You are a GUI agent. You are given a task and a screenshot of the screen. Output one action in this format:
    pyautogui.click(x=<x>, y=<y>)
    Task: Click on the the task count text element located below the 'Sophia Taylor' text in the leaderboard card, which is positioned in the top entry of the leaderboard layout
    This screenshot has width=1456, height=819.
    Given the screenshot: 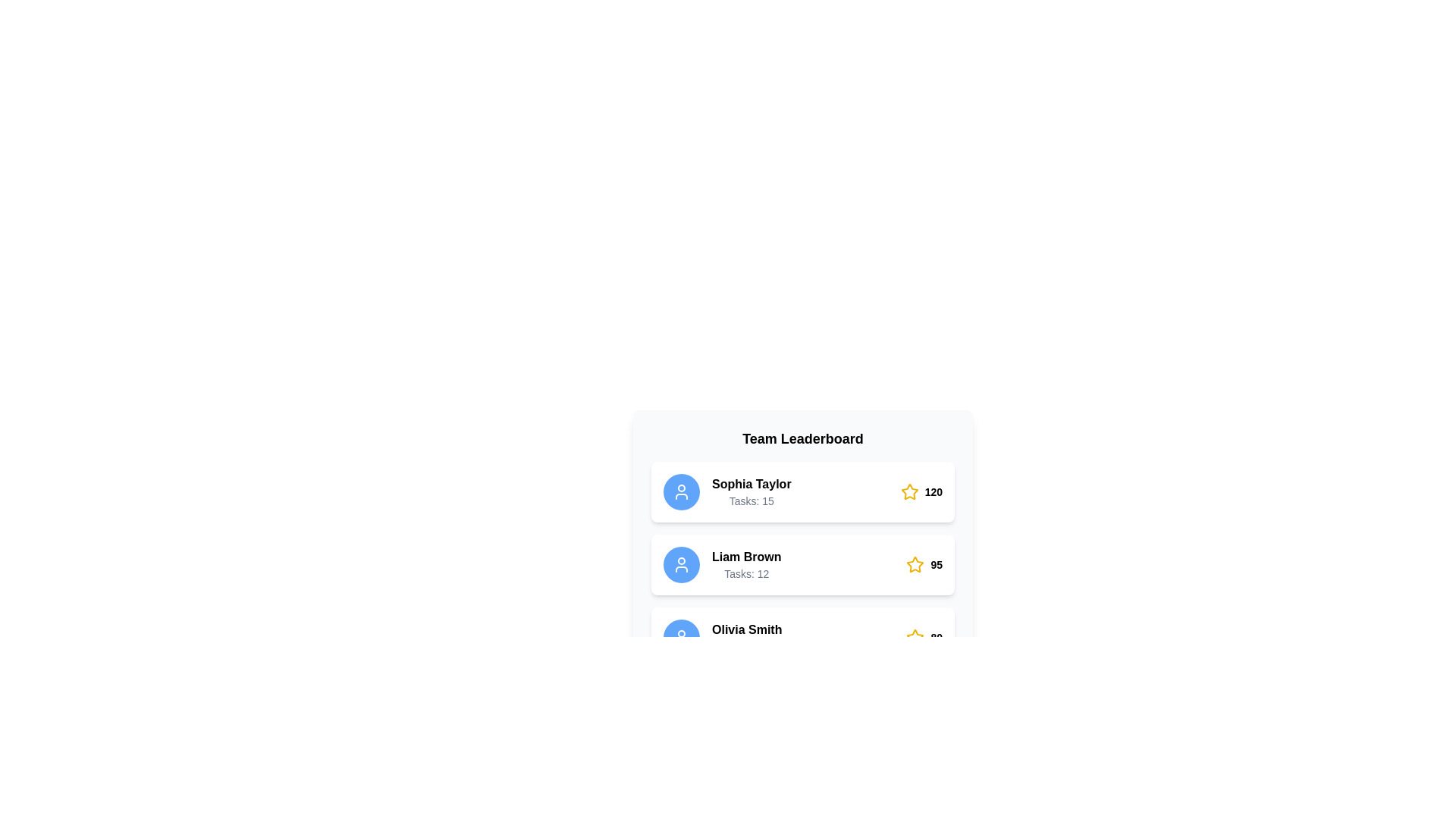 What is the action you would take?
    pyautogui.click(x=752, y=500)
    